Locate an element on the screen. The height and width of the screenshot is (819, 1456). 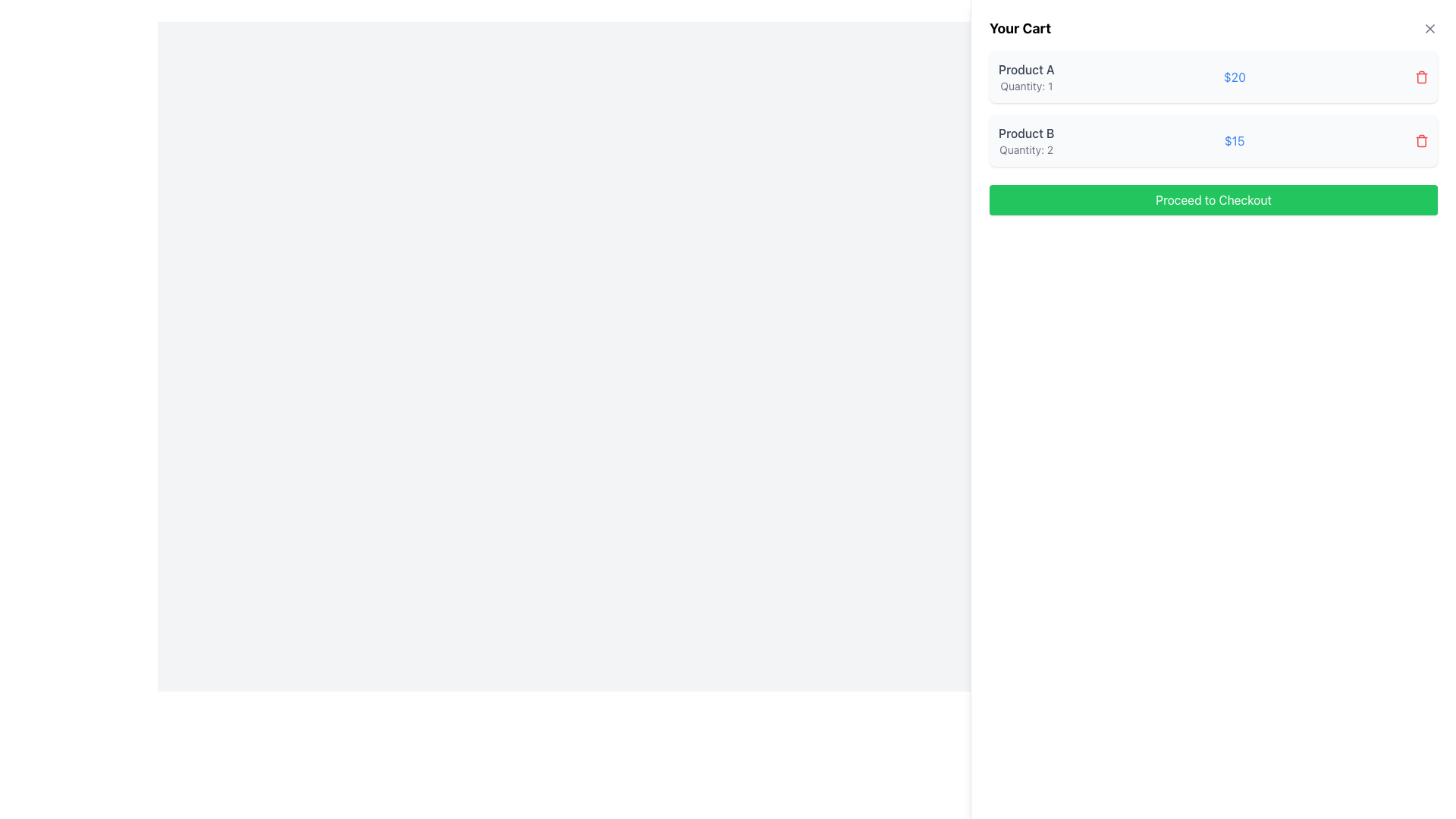
the red trash bin icon button located at the top-right corner of the 'Product B' item row in the cart summary is located at coordinates (1421, 140).